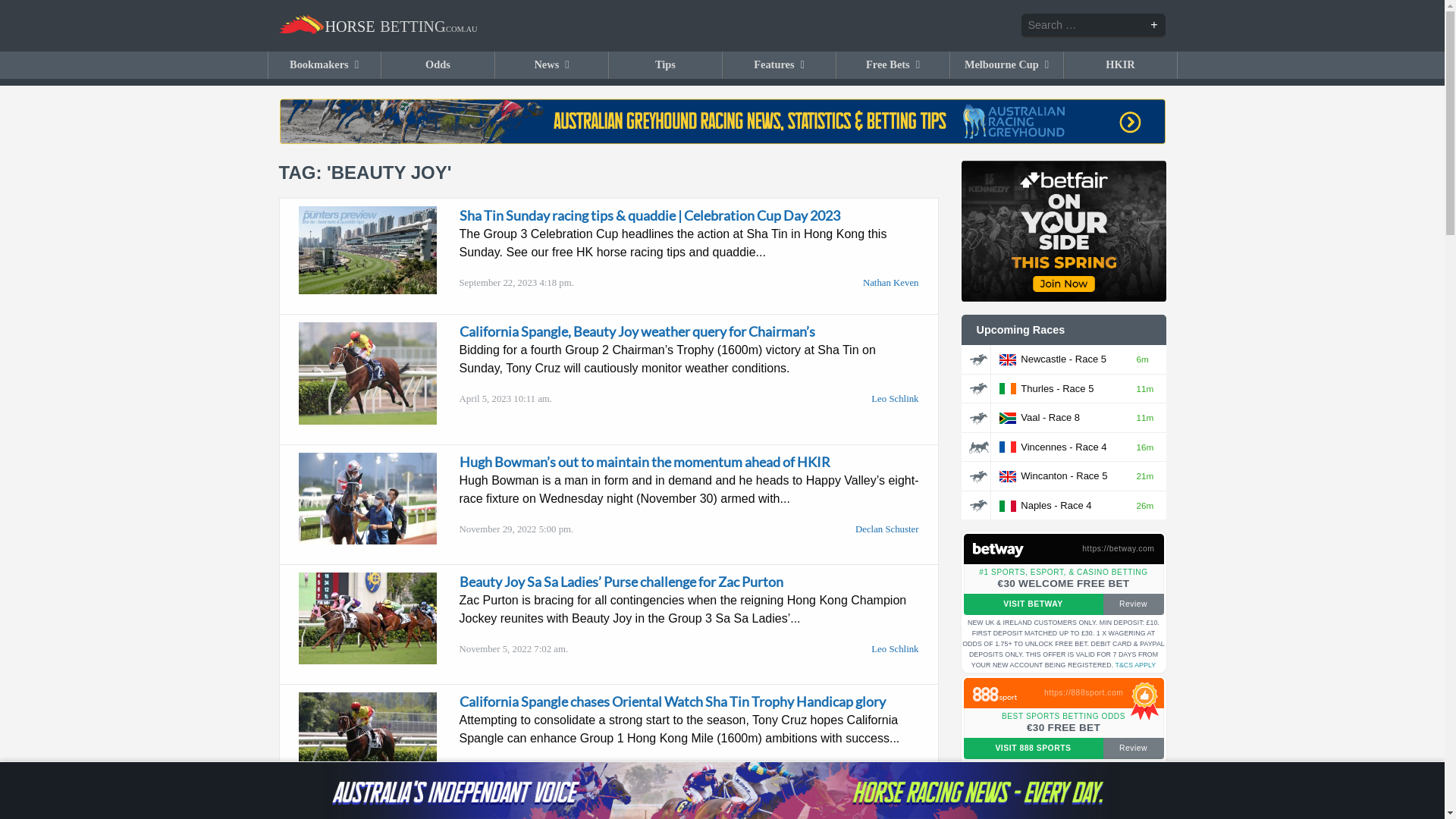 The image size is (1456, 819). What do you see at coordinates (1121, 64) in the screenshot?
I see `'HKIR'` at bounding box center [1121, 64].